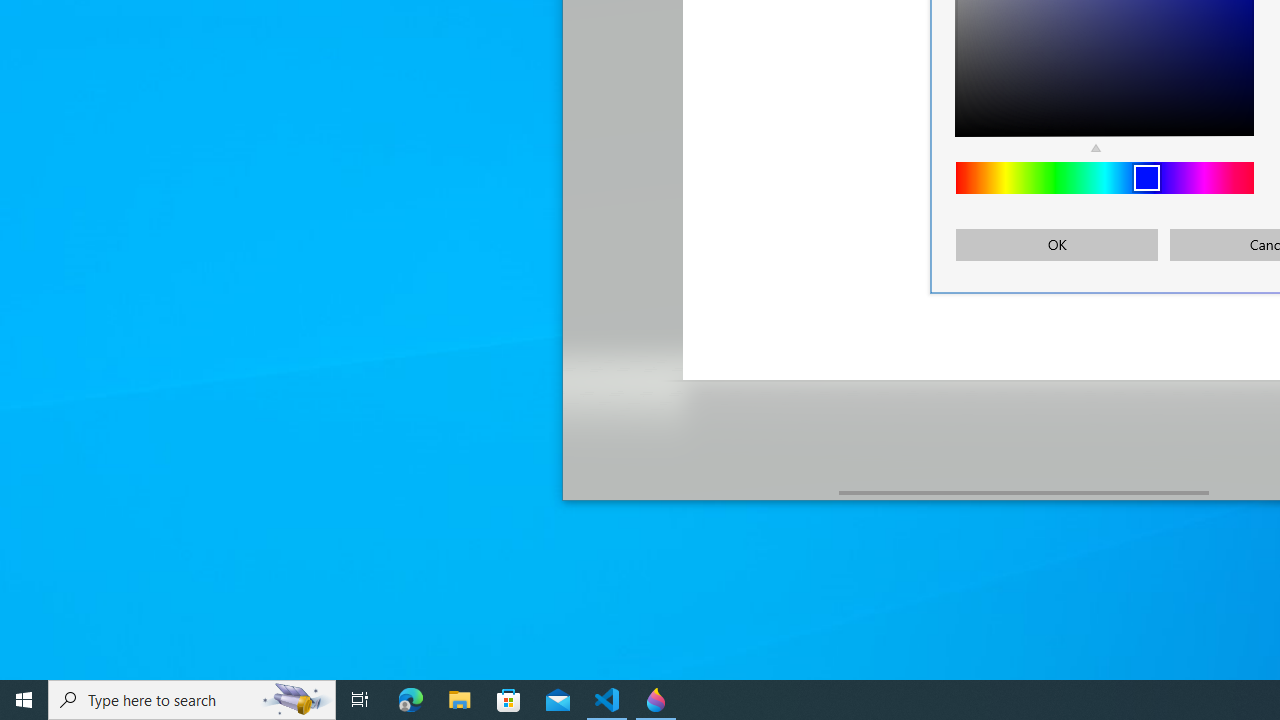  I want to click on 'Type here to search', so click(192, 698).